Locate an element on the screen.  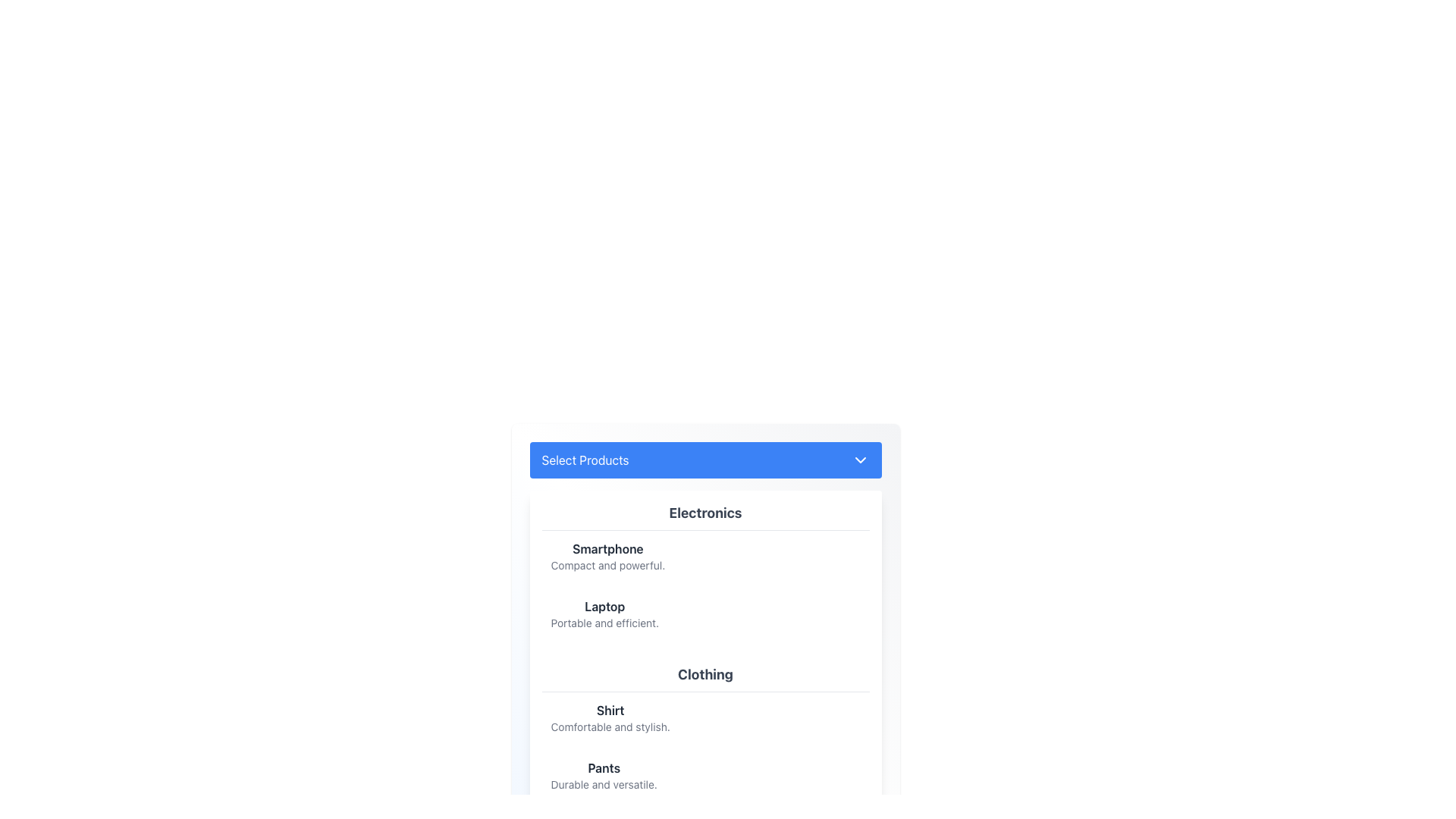
the 'Laptop' text label element, which is styled in bold dark gray font and positioned in the dropdown list under the 'Electronics' category is located at coordinates (604, 605).